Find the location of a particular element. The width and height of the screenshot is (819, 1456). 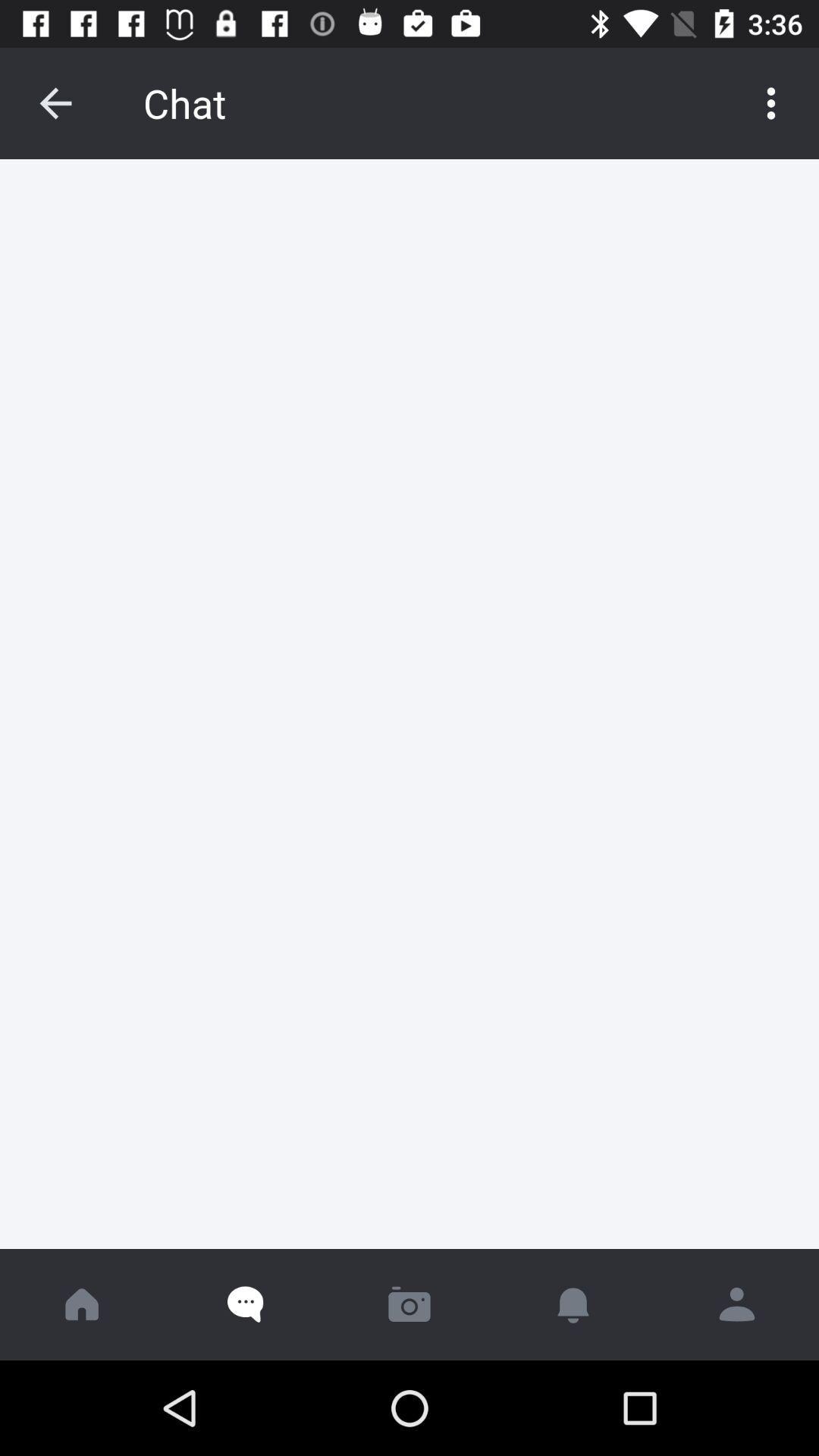

take photo is located at coordinates (409, 1304).